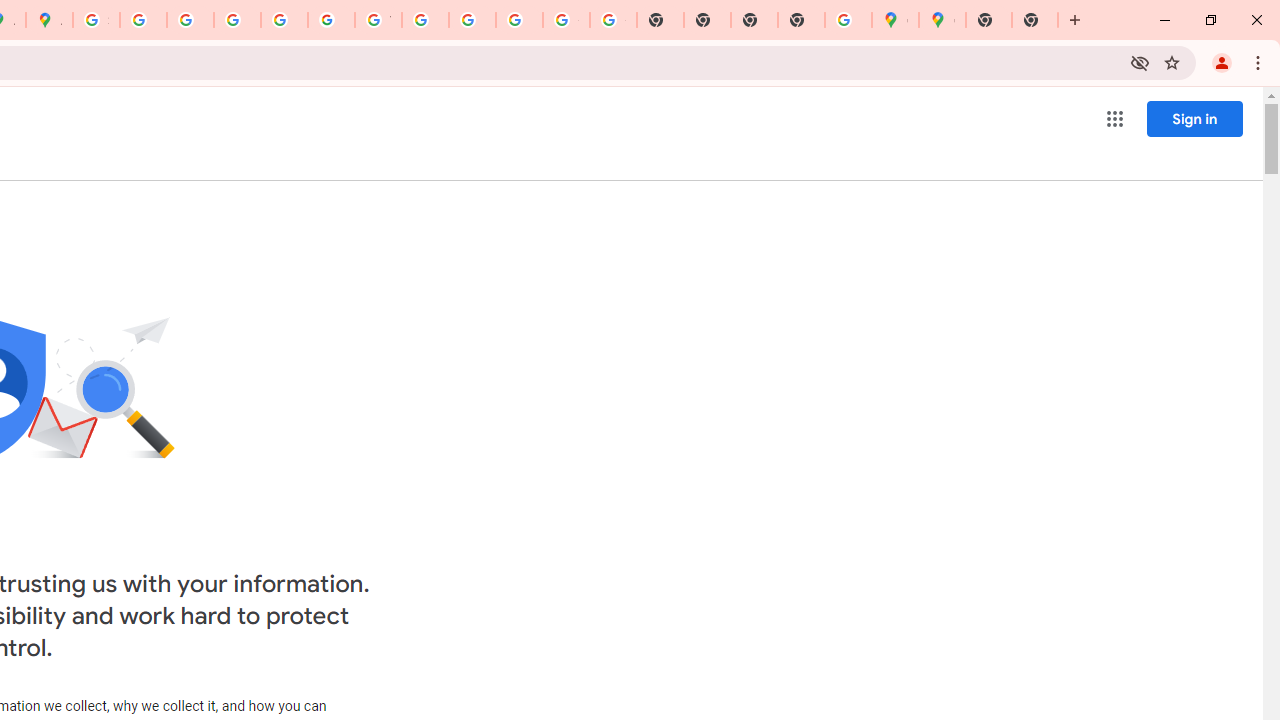 The width and height of the screenshot is (1280, 720). Describe the element at coordinates (1209, 20) in the screenshot. I see `'Restore'` at that location.